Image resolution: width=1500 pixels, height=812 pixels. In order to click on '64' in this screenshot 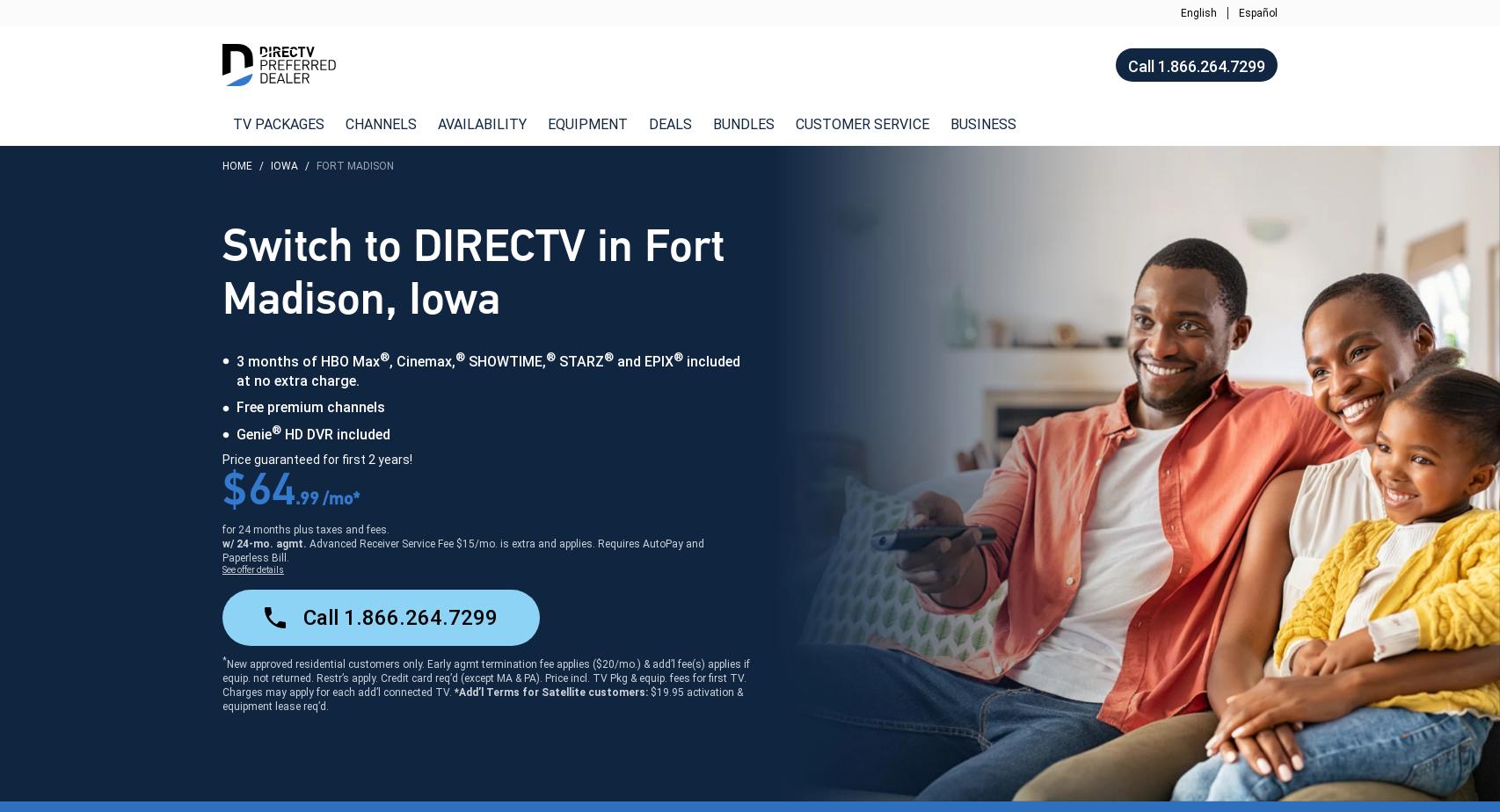, I will do `click(248, 492)`.